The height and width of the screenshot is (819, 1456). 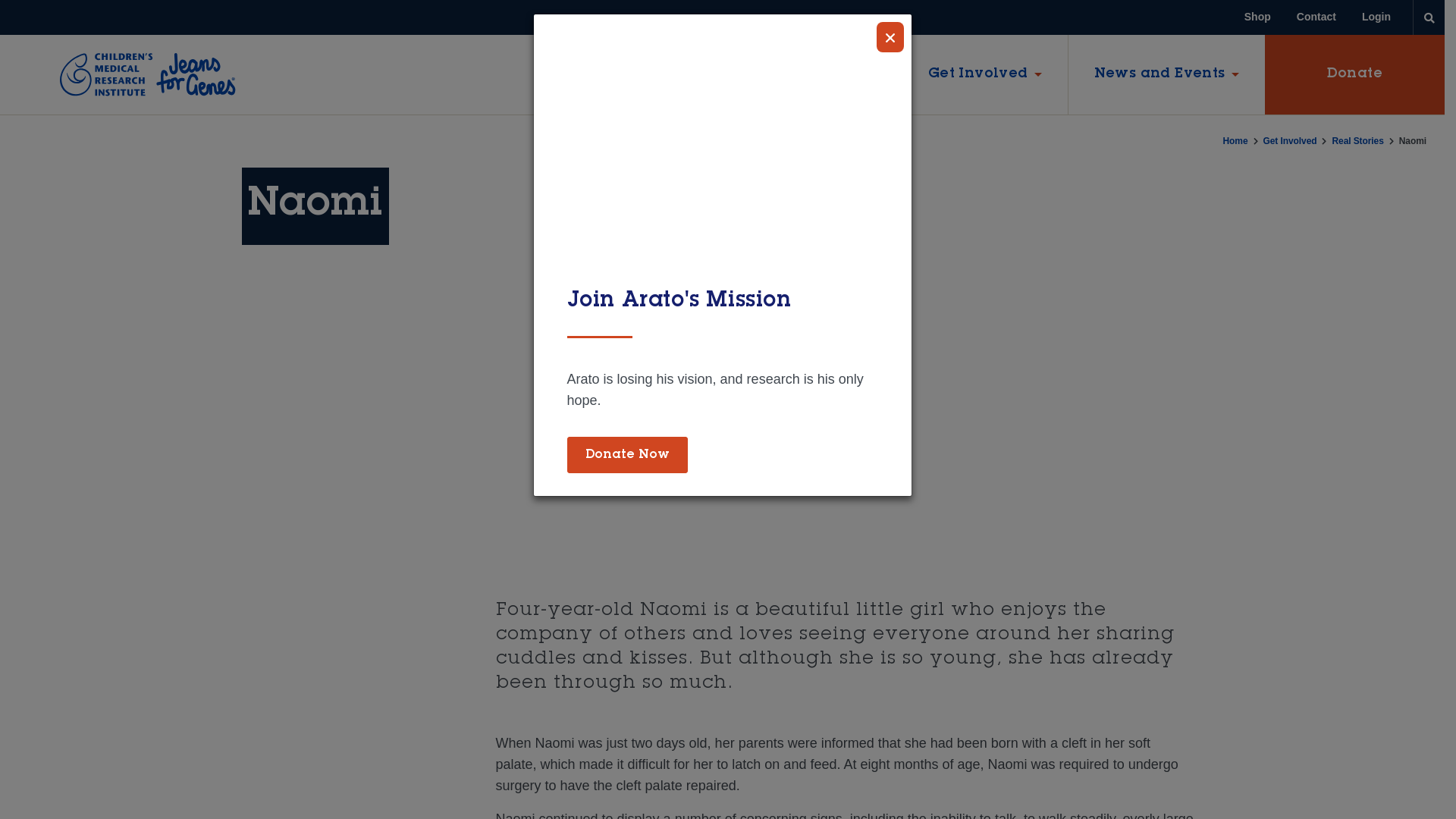 I want to click on 'Home', so click(x=1235, y=140).